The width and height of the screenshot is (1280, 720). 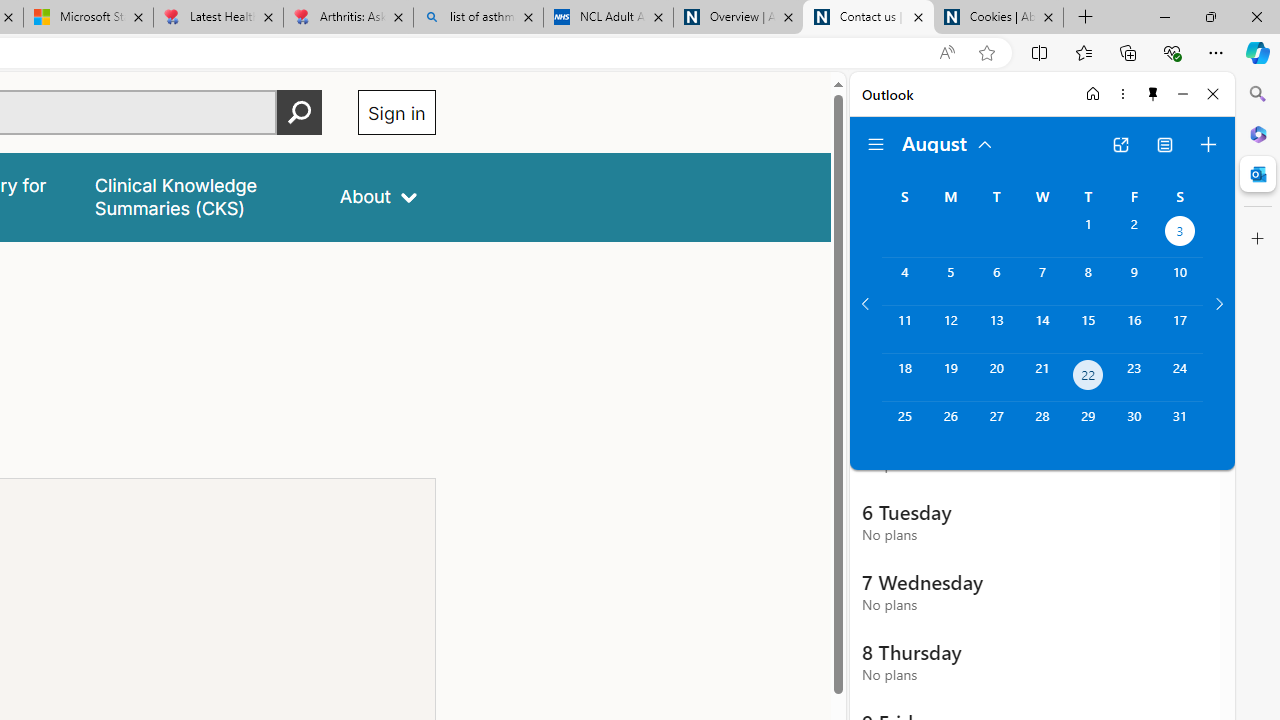 I want to click on 'Tuesday, August 20, 2024. ', so click(x=996, y=377).